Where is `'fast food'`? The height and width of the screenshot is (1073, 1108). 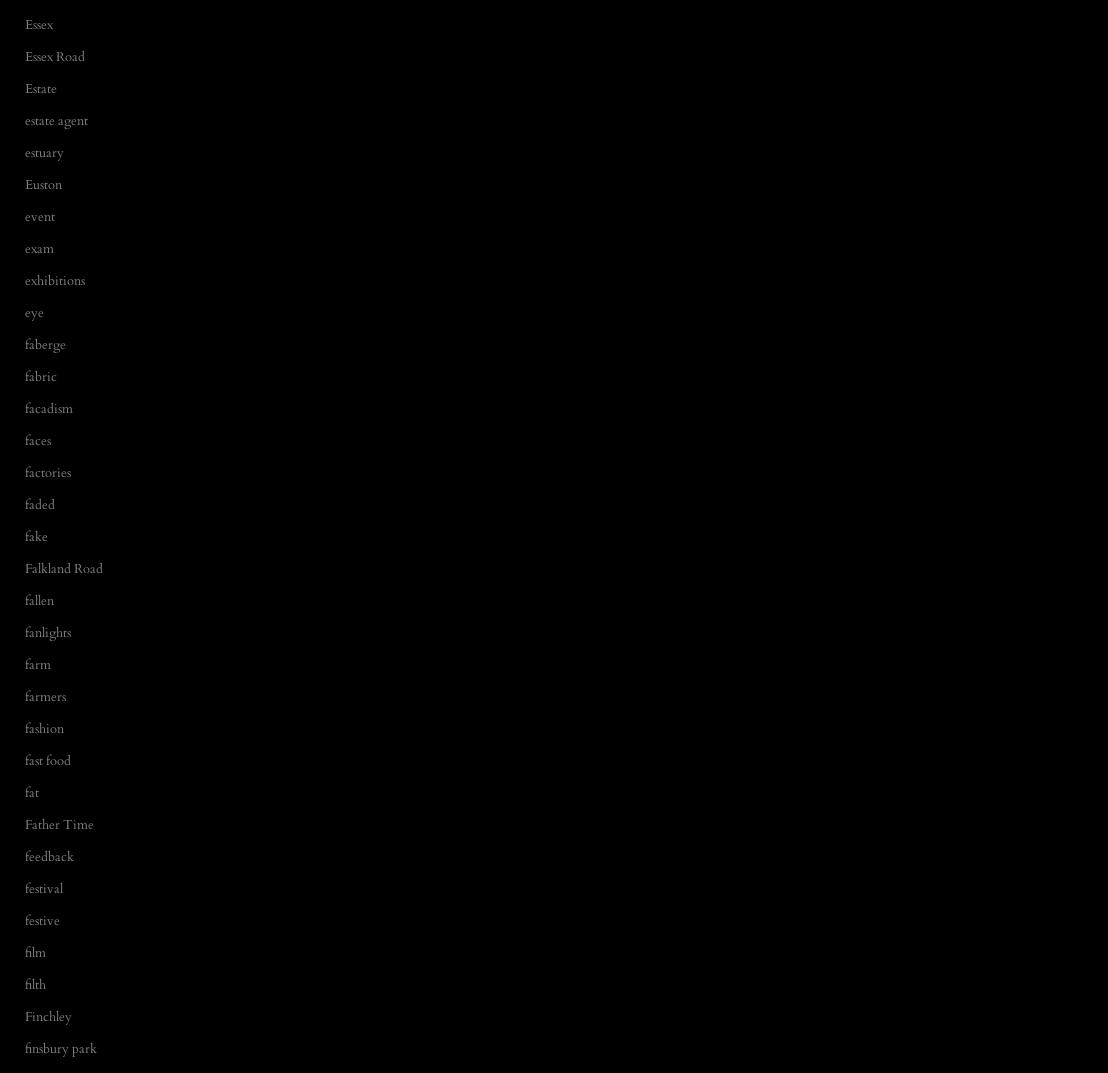 'fast food' is located at coordinates (46, 759).